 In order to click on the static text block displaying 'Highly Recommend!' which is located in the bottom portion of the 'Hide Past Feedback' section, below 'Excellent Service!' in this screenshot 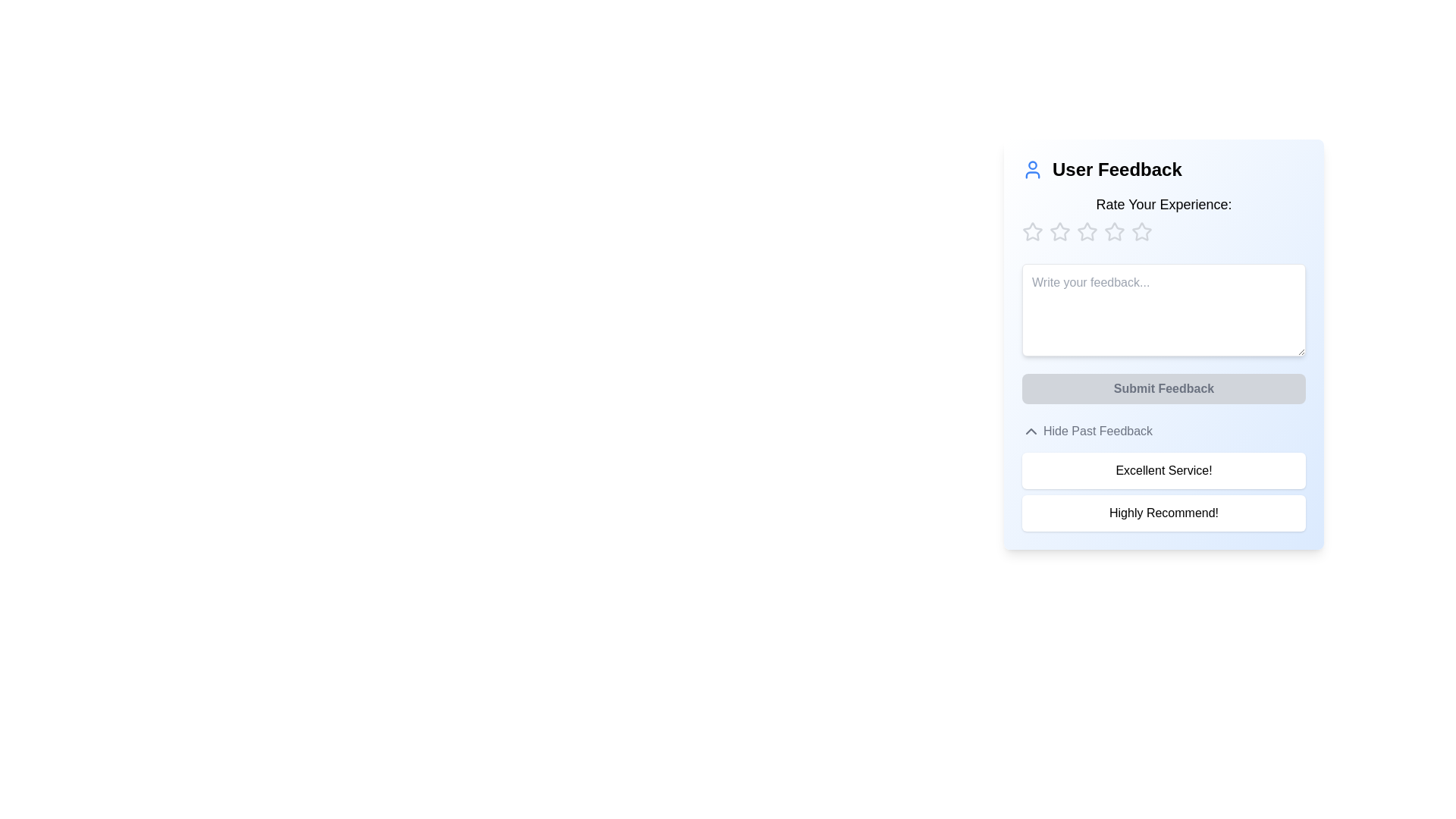, I will do `click(1163, 513)`.